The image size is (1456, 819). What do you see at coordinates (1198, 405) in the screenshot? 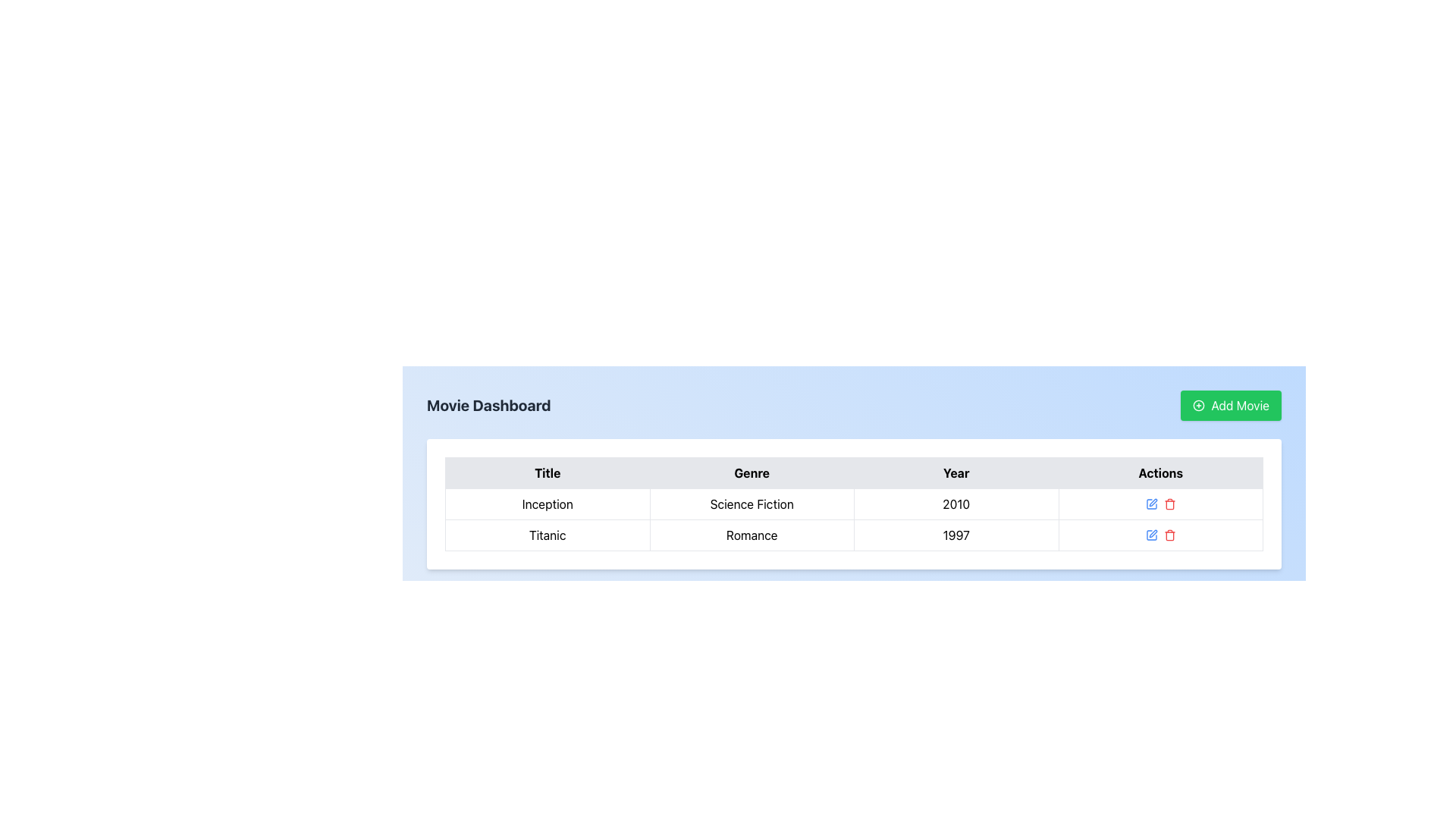
I see `the 'Add Movie' button represented by the circular graphical element in the top-right corner of the interface` at bounding box center [1198, 405].